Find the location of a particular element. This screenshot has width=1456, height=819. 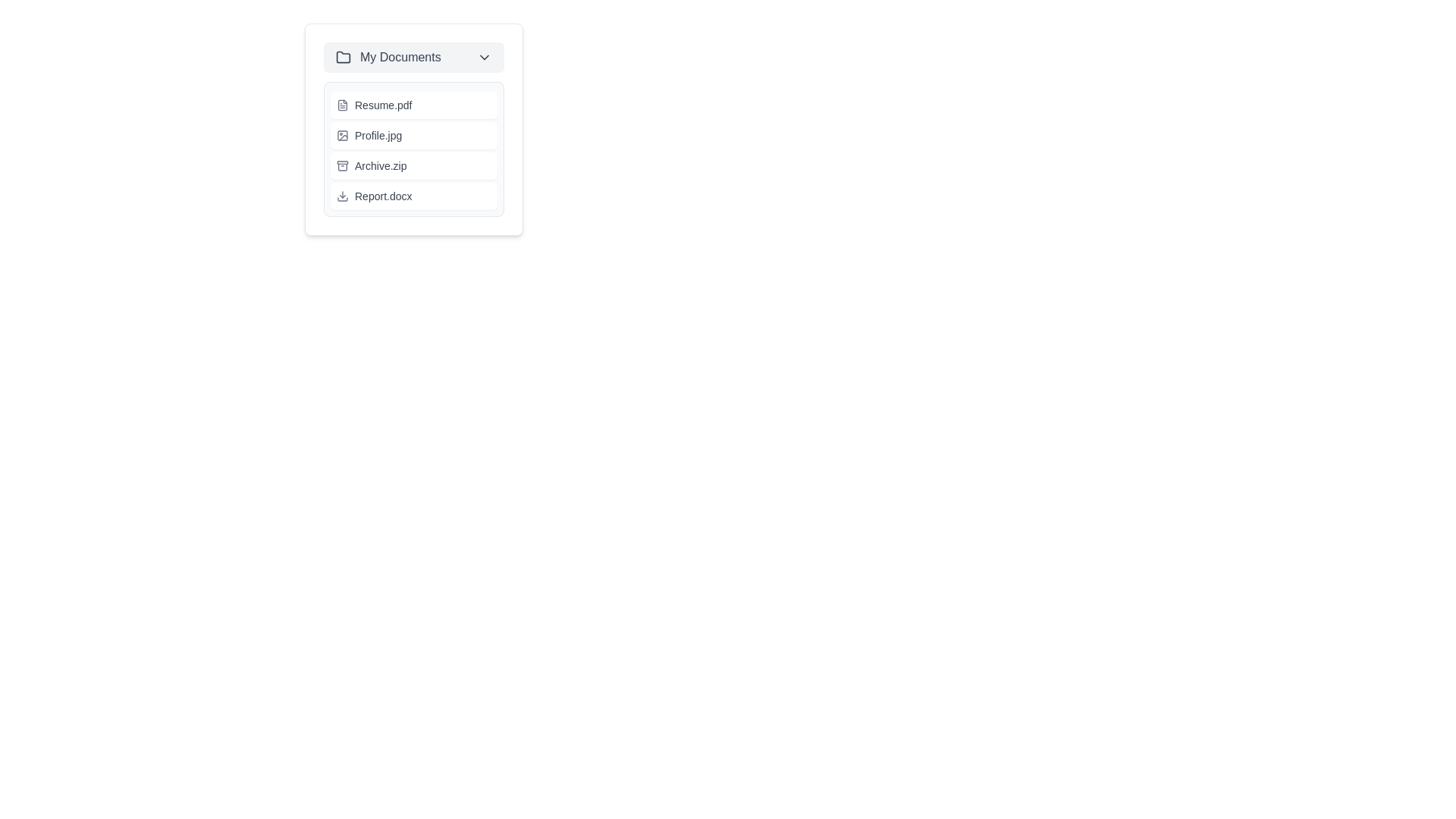

the folder icon located in the header bar of the 'My Documents' section, positioned immediately to the left of the text 'My Documents' is located at coordinates (342, 57).